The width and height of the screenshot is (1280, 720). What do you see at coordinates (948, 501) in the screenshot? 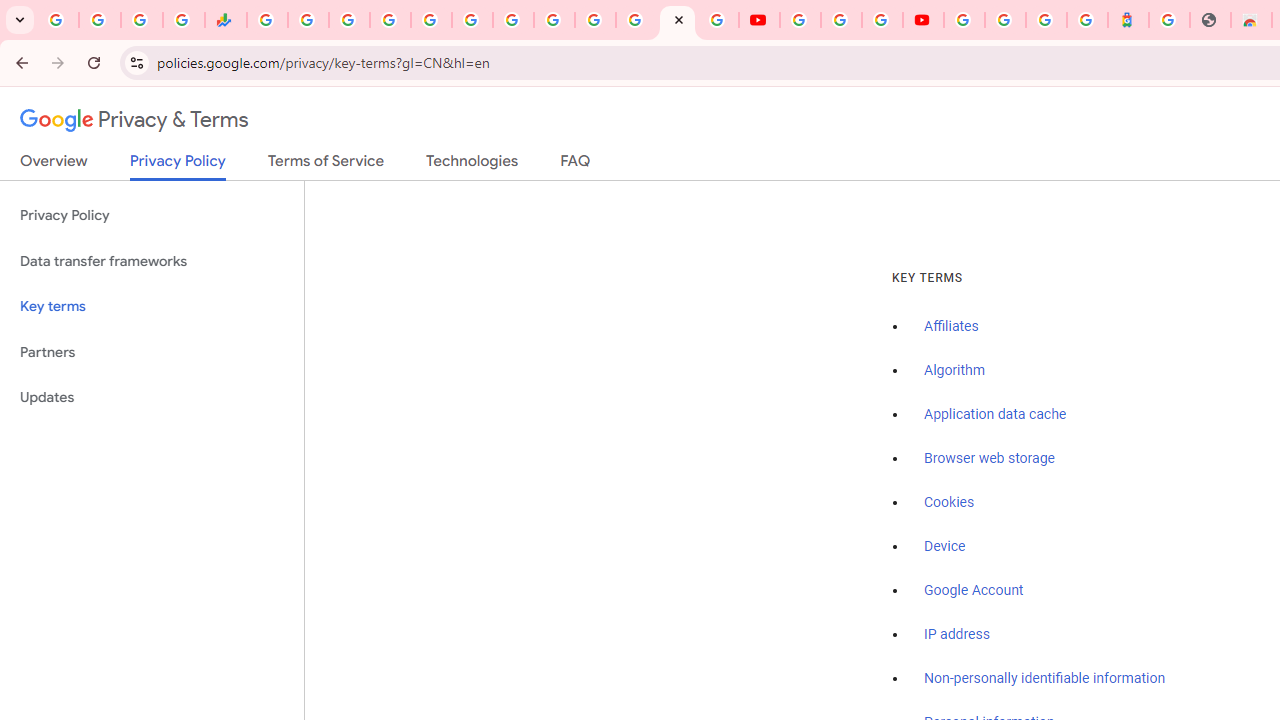
I see `'Cookies'` at bounding box center [948, 501].